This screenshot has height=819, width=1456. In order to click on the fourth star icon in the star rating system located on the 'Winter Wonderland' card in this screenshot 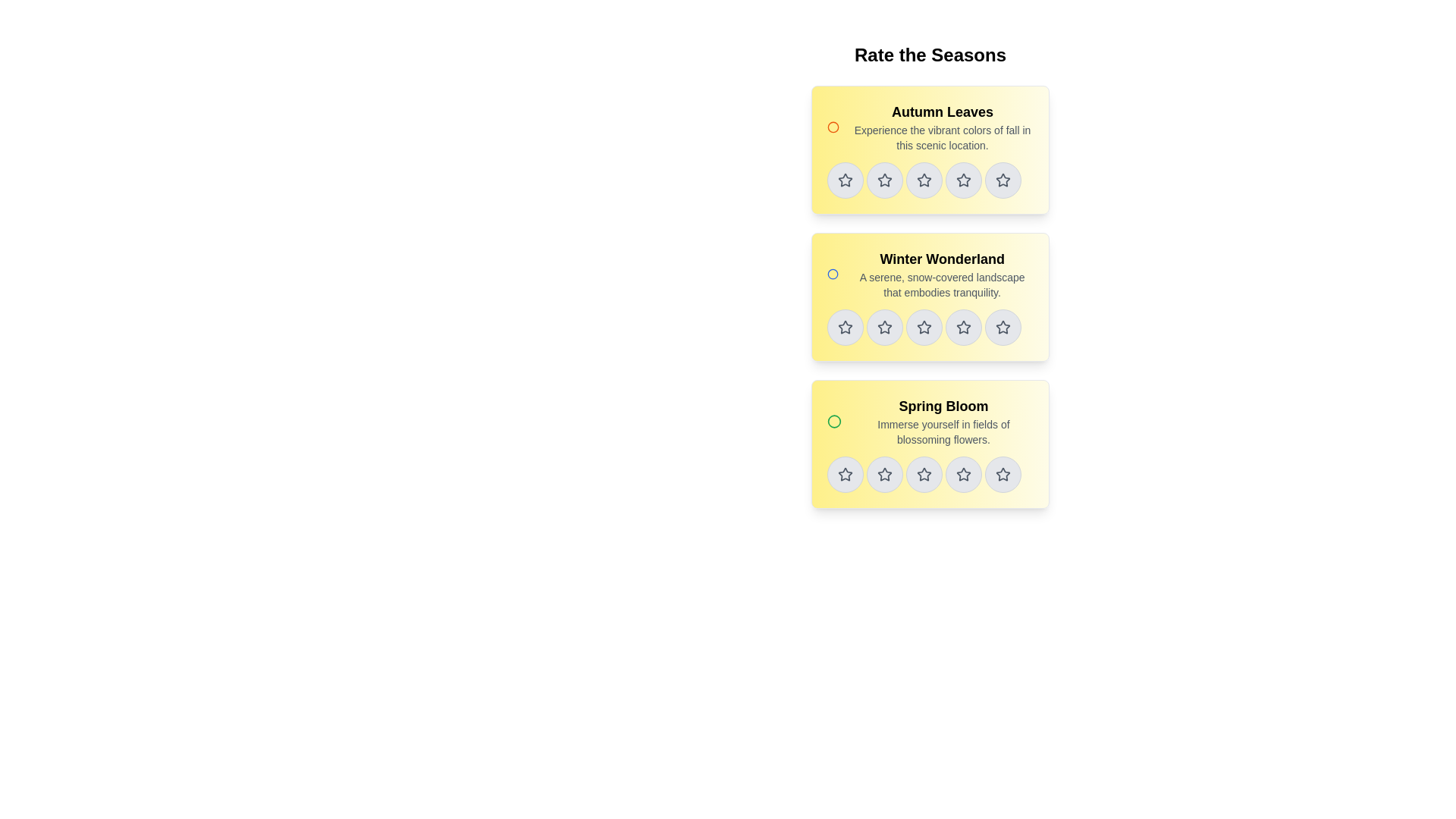, I will do `click(924, 326)`.